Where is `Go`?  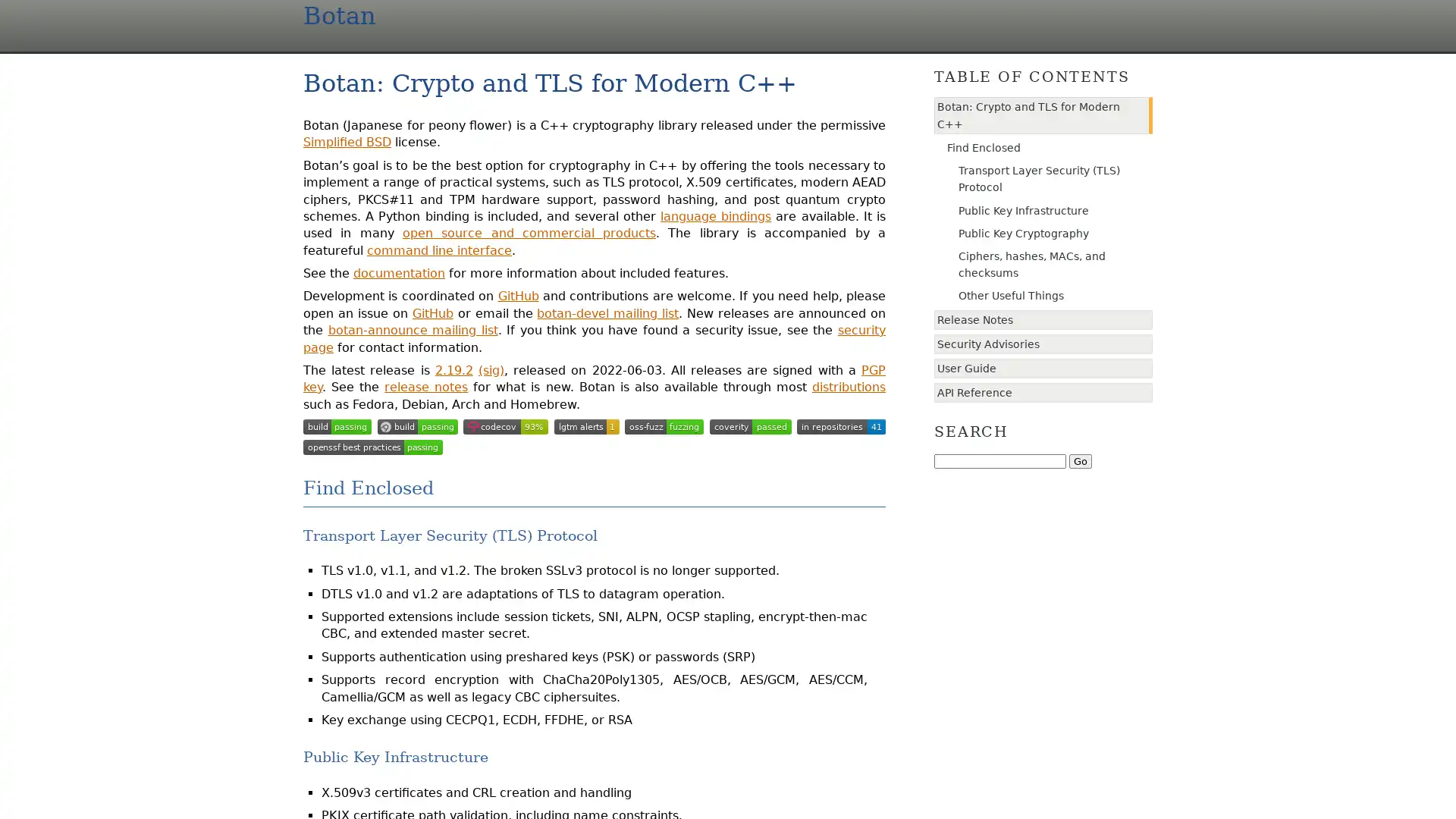
Go is located at coordinates (1080, 460).